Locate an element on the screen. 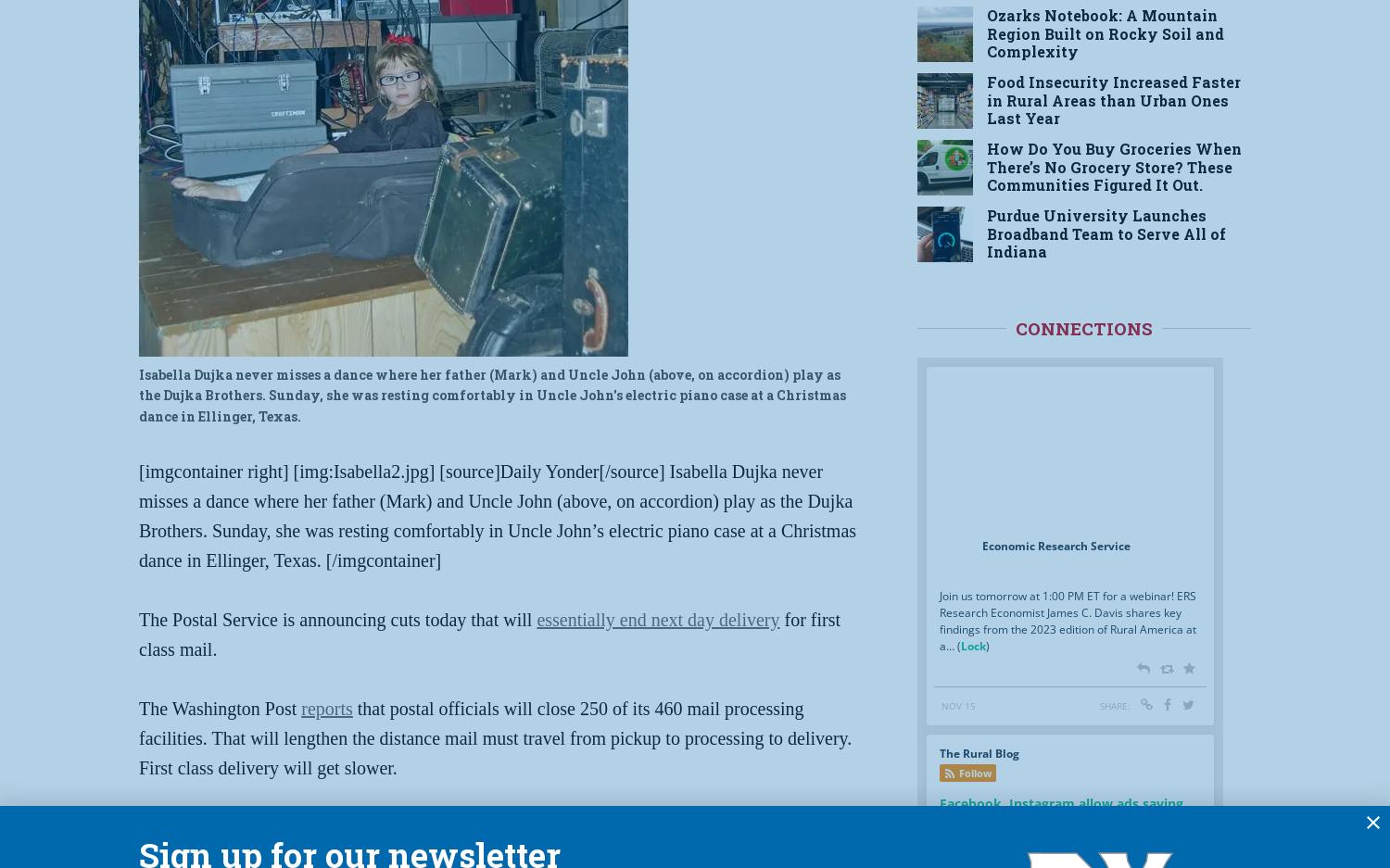 The height and width of the screenshot is (868, 1390). 'reports' is located at coordinates (325, 708).